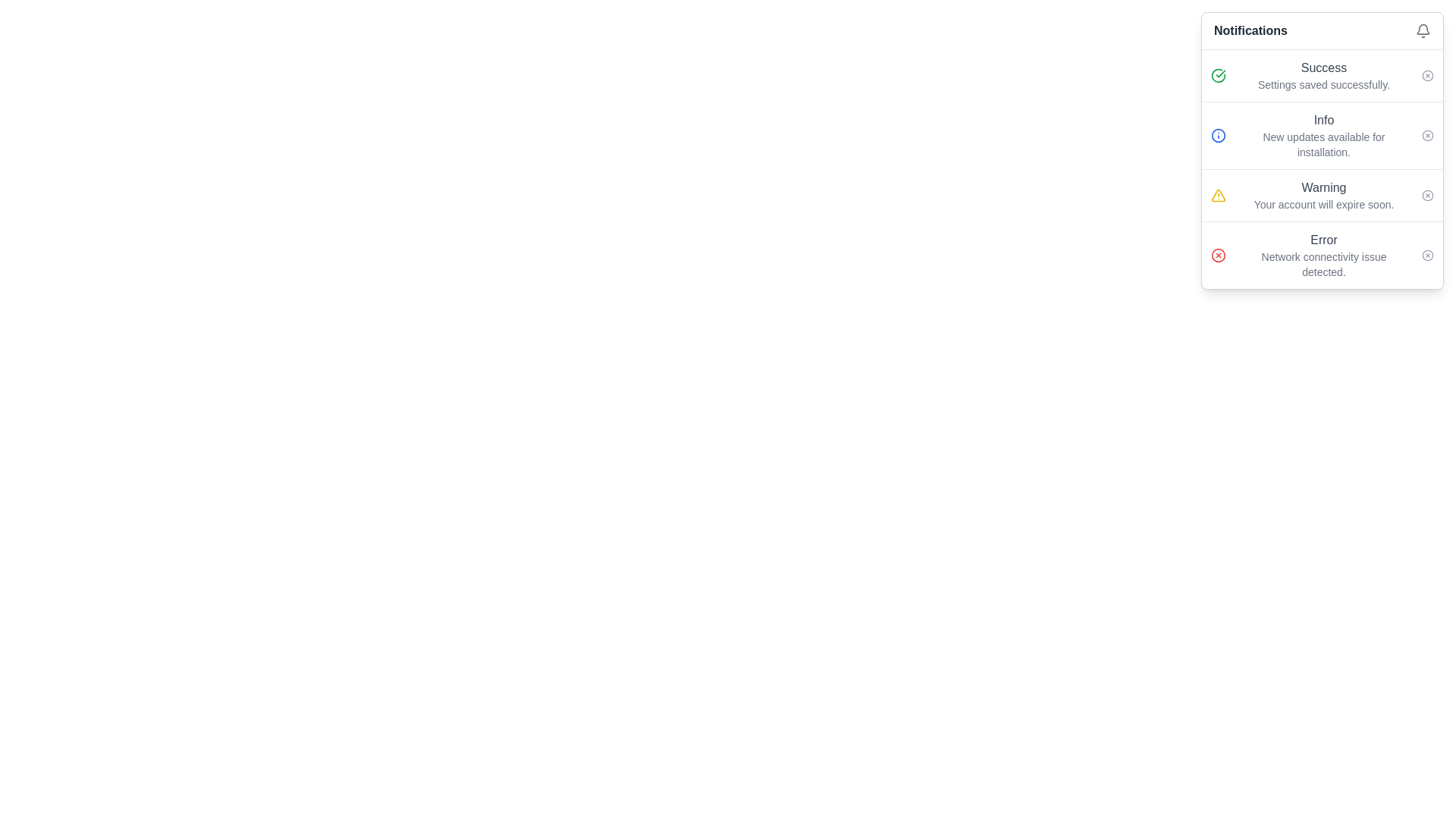  What do you see at coordinates (1323, 67) in the screenshot?
I see `the header text label of the first notification item in the right-hand notification panel, which indicates the type or status of the notification` at bounding box center [1323, 67].